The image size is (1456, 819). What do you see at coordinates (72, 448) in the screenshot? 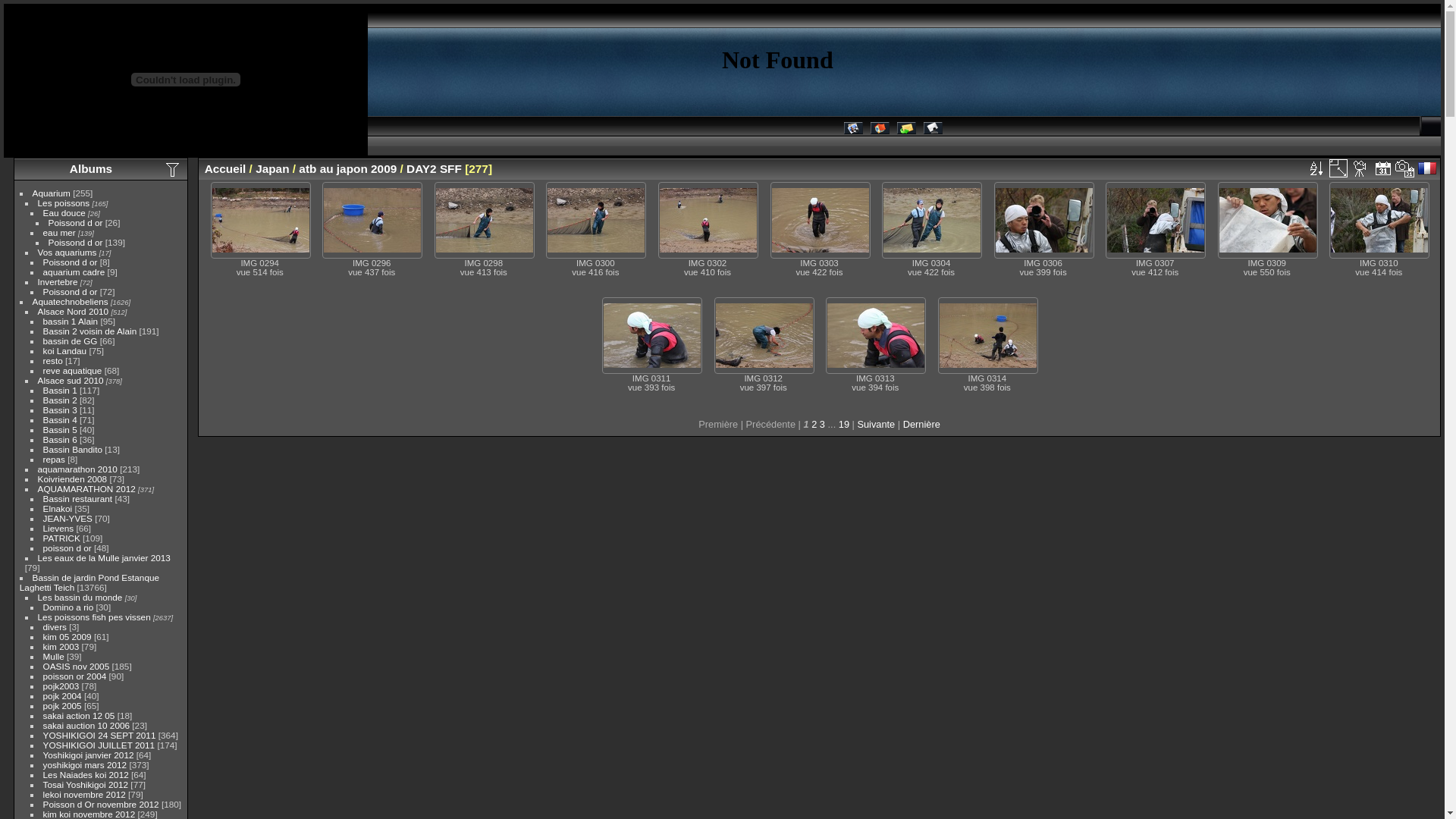
I see `'Bassin Bandito'` at bounding box center [72, 448].